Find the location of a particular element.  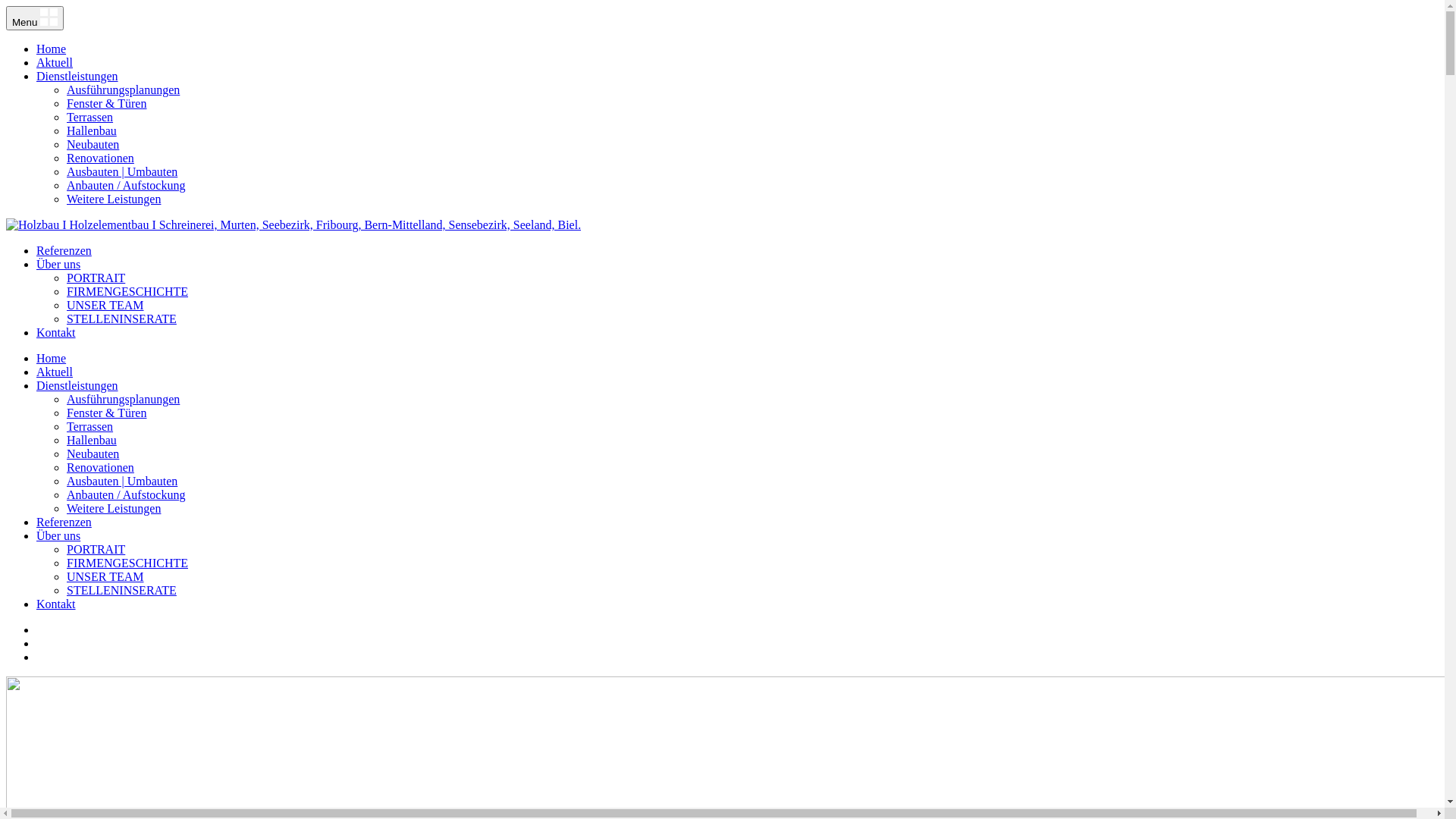

'PORTRAIT' is located at coordinates (65, 549).